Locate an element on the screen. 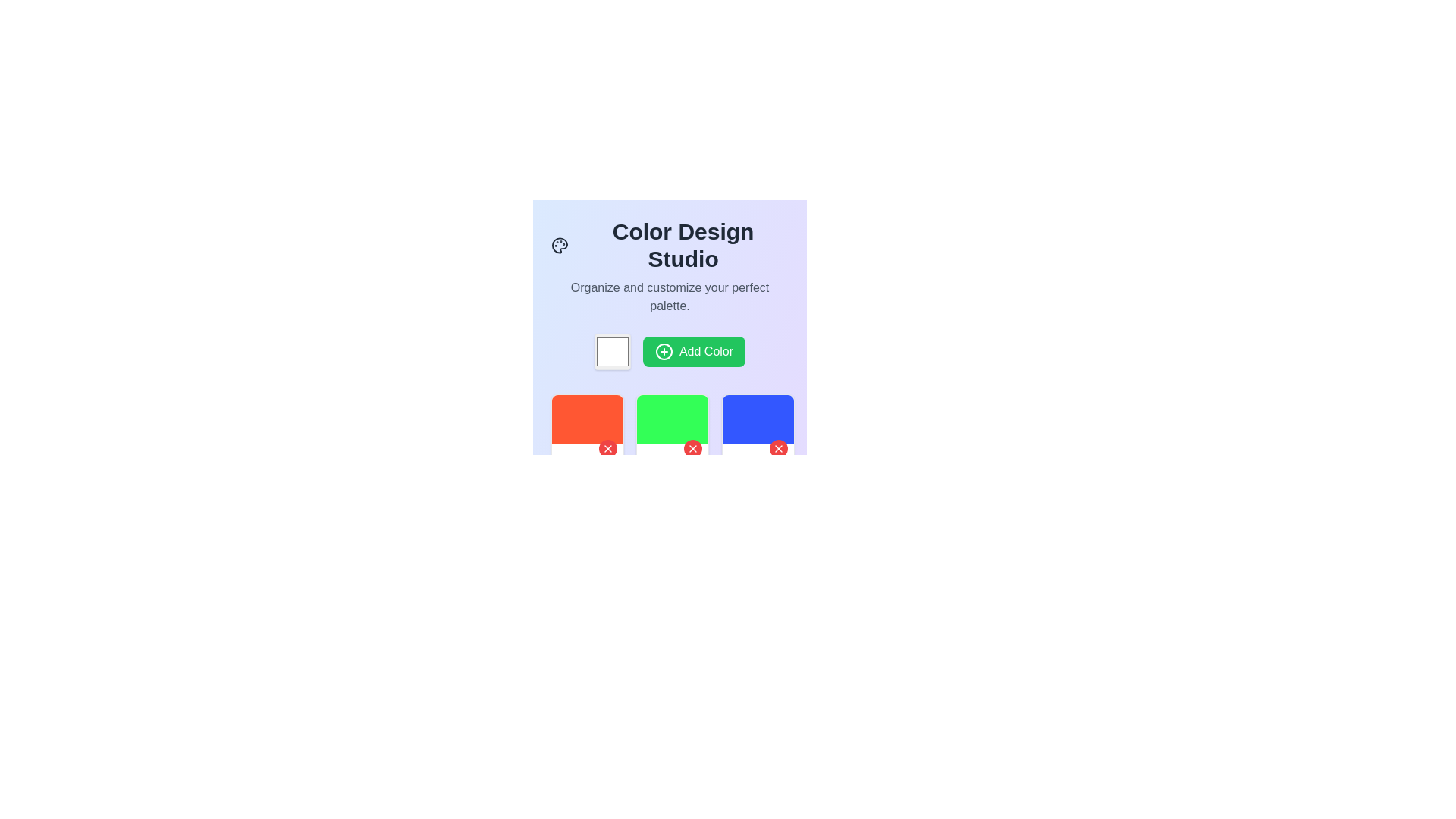  the delete button located at the bottom-right corner of the blue card to observe the hover effect is located at coordinates (778, 449).